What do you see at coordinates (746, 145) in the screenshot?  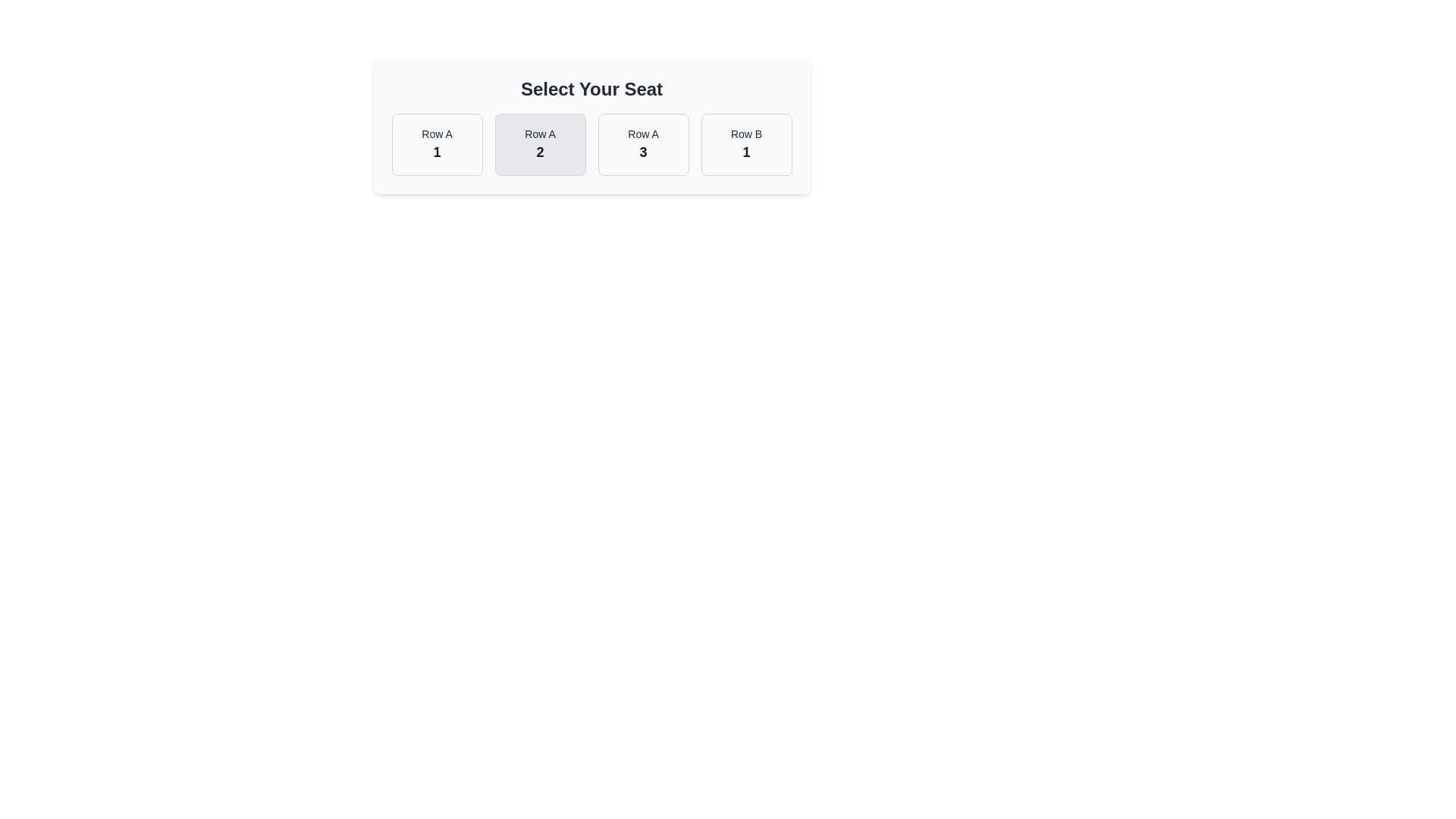 I see `the rectangular button with rounded corners and a white background containing 'Row B' above '1'` at bounding box center [746, 145].